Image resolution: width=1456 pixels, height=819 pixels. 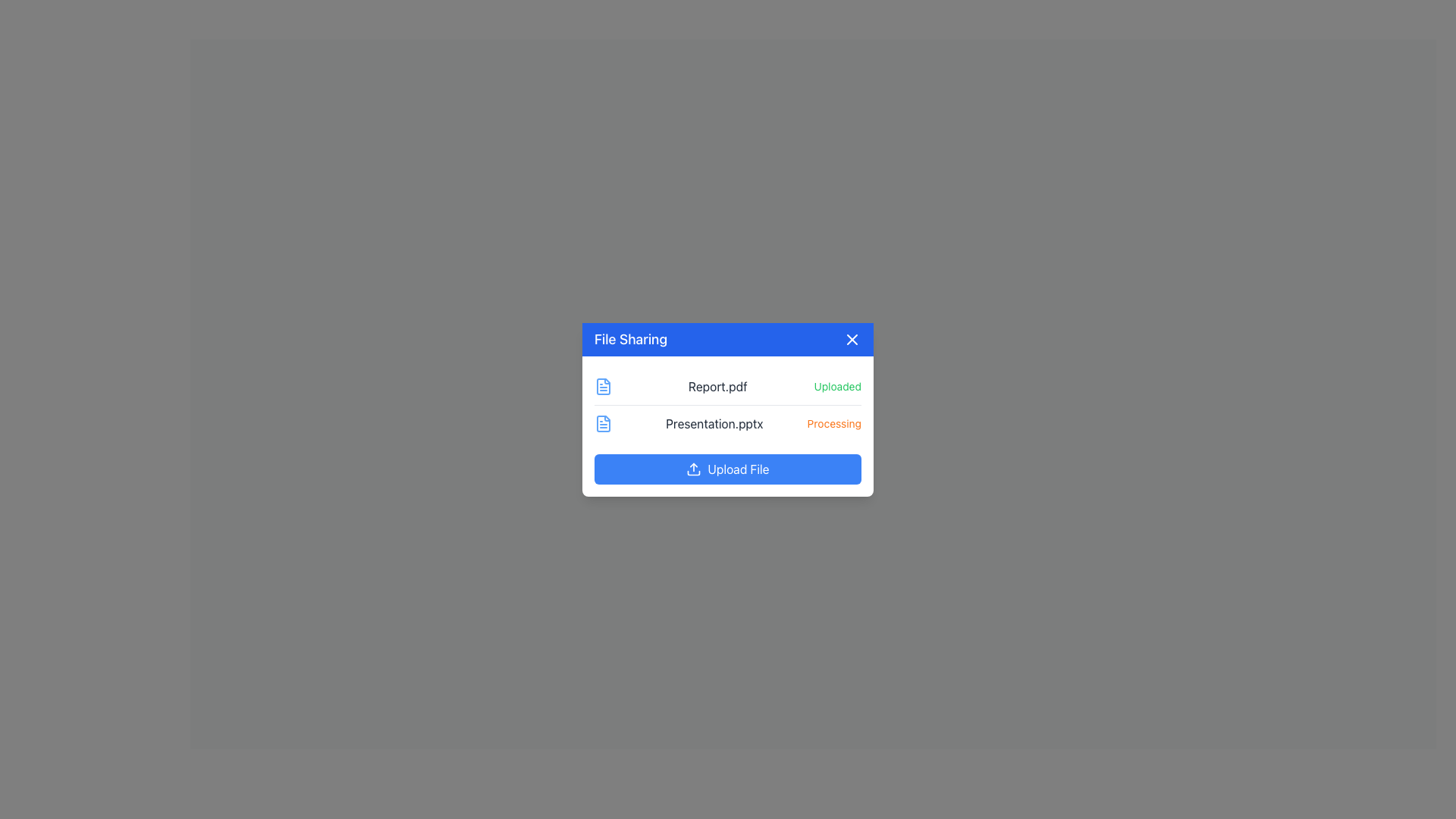 I want to click on the close button located at the top-right corner of the 'File Sharing' modal interface, so click(x=852, y=338).